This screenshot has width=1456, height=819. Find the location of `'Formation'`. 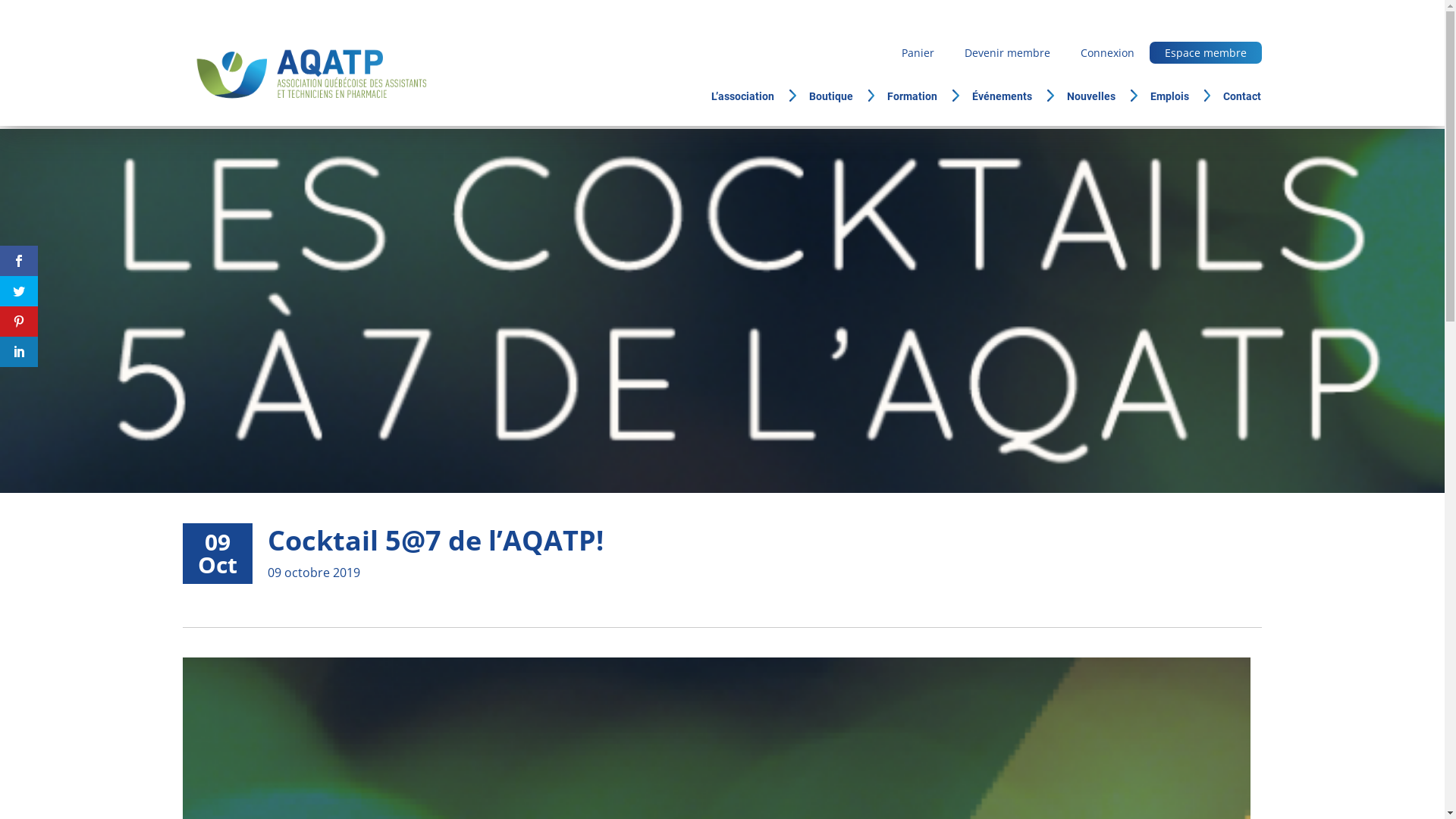

'Formation' is located at coordinates (922, 96).